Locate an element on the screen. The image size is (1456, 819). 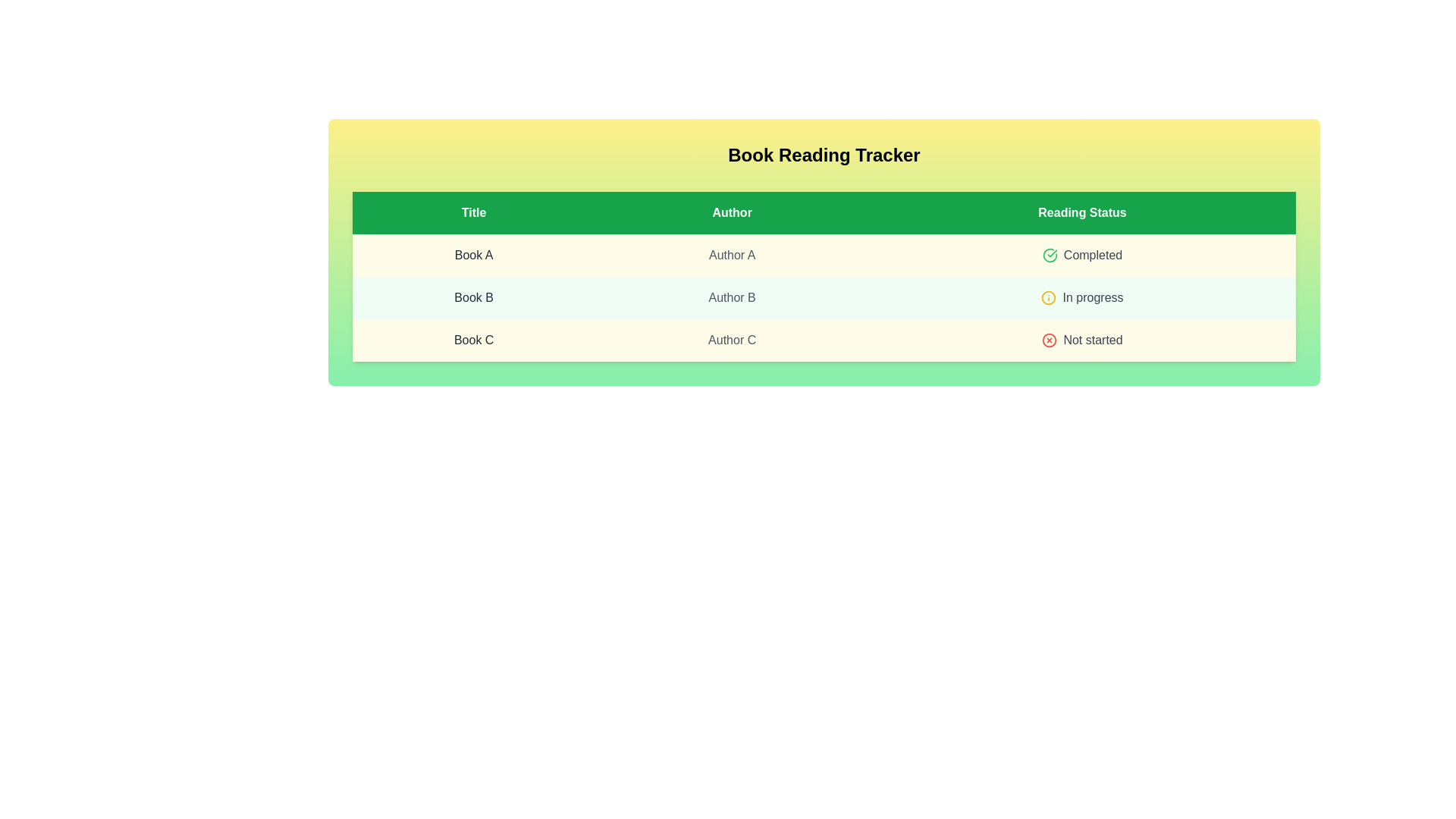
the row corresponding to Book C is located at coordinates (823, 339).